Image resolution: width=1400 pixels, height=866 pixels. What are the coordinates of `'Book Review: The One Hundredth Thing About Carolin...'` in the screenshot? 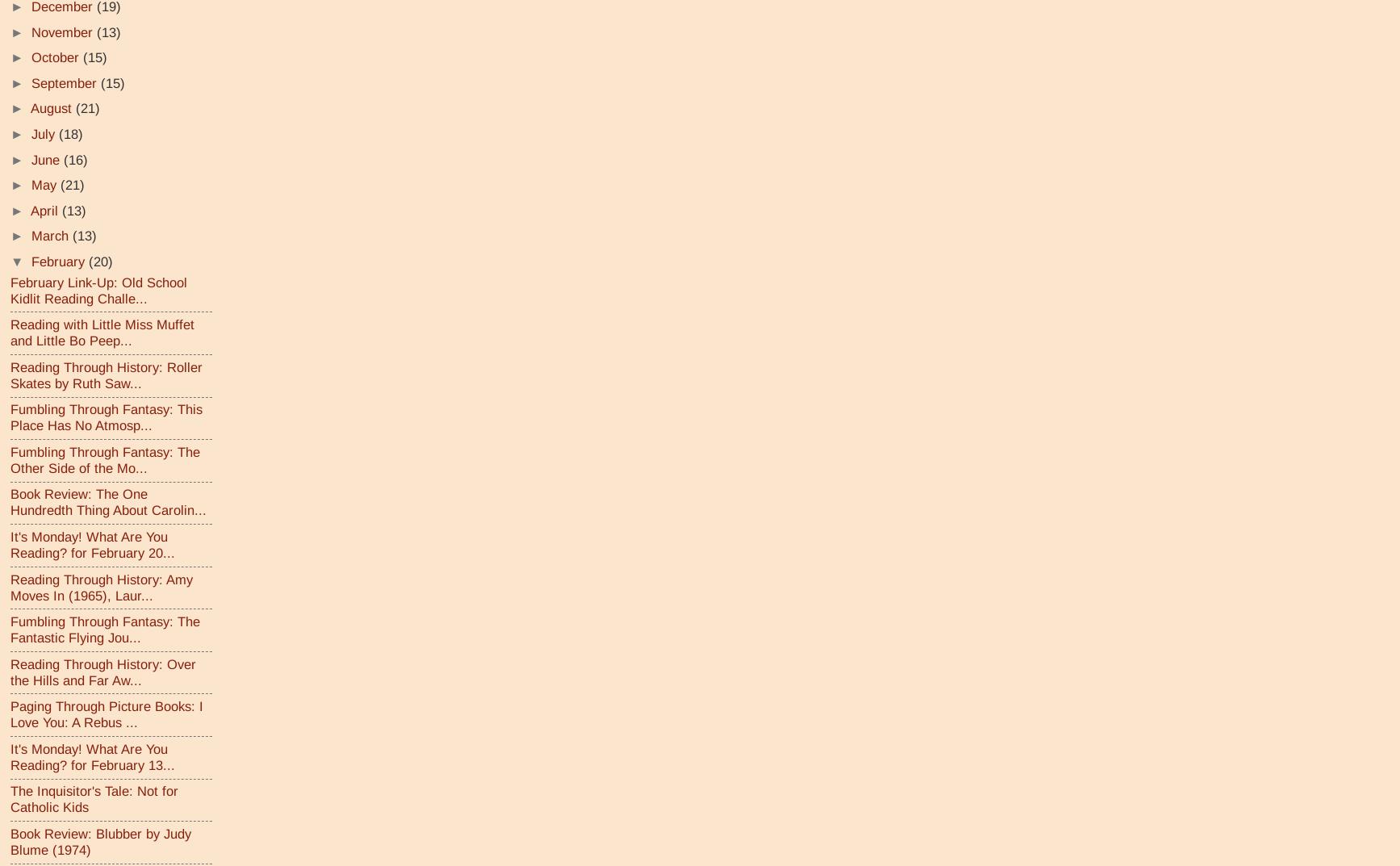 It's located at (108, 501).